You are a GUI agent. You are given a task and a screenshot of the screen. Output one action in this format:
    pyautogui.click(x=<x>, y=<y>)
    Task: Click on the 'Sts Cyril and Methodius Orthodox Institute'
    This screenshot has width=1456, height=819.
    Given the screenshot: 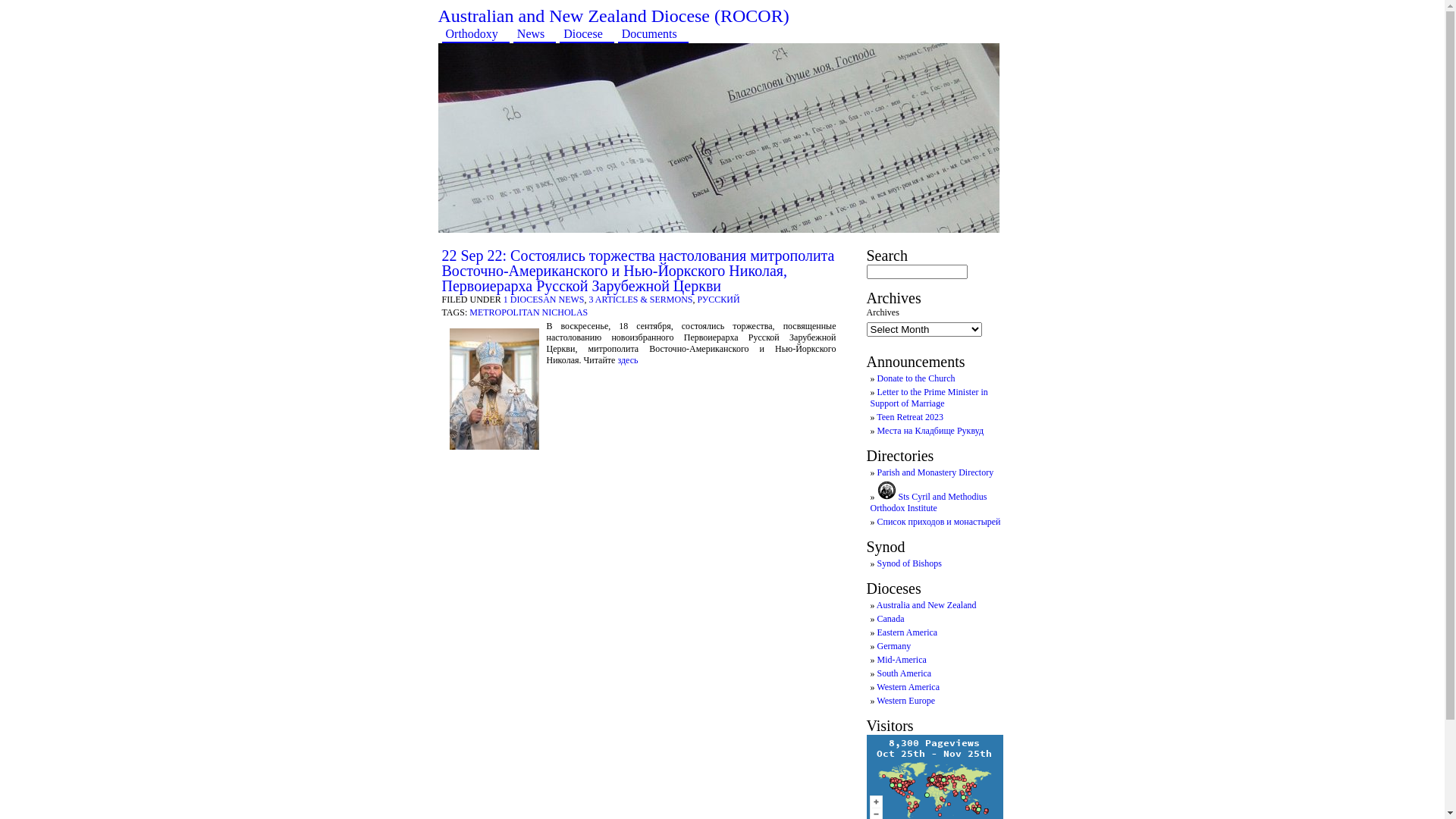 What is the action you would take?
    pyautogui.click(x=870, y=502)
    